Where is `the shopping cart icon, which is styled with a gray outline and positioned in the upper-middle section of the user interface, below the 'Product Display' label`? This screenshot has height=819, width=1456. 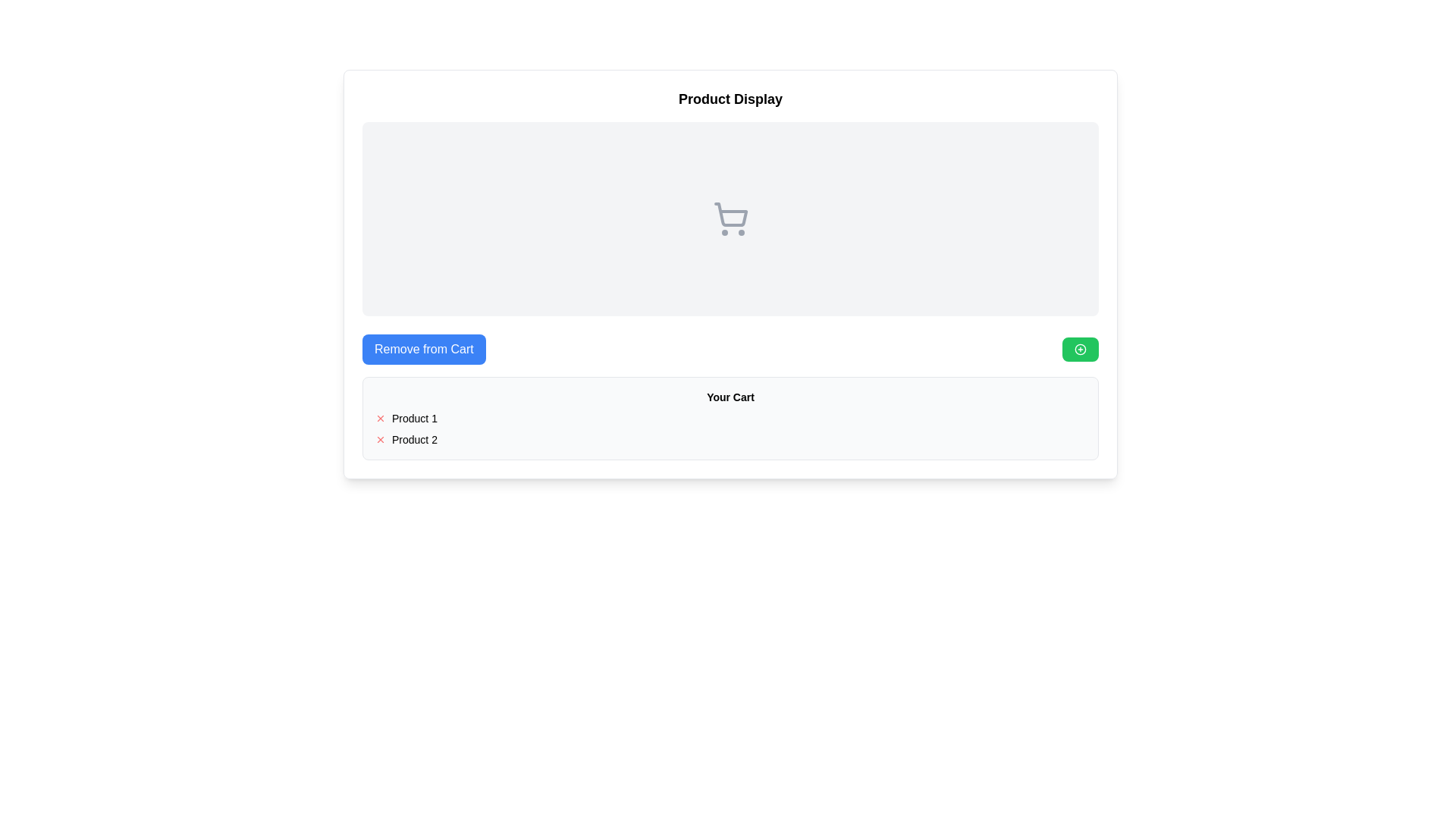
the shopping cart icon, which is styled with a gray outline and positioned in the upper-middle section of the user interface, below the 'Product Display' label is located at coordinates (730, 219).